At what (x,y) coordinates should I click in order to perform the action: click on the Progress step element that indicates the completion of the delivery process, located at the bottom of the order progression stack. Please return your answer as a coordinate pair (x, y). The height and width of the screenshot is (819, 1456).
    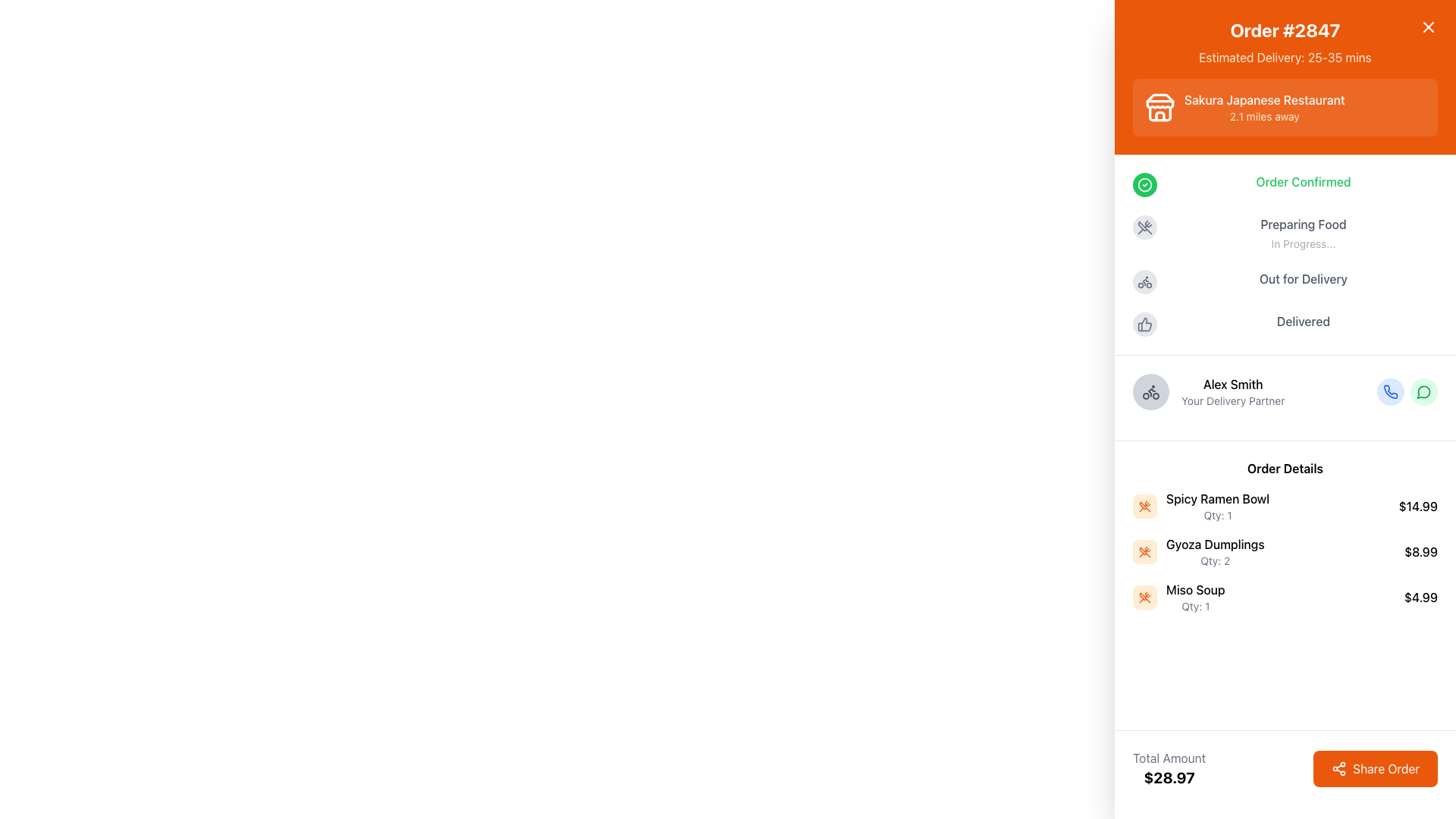
    Looking at the image, I should click on (1284, 324).